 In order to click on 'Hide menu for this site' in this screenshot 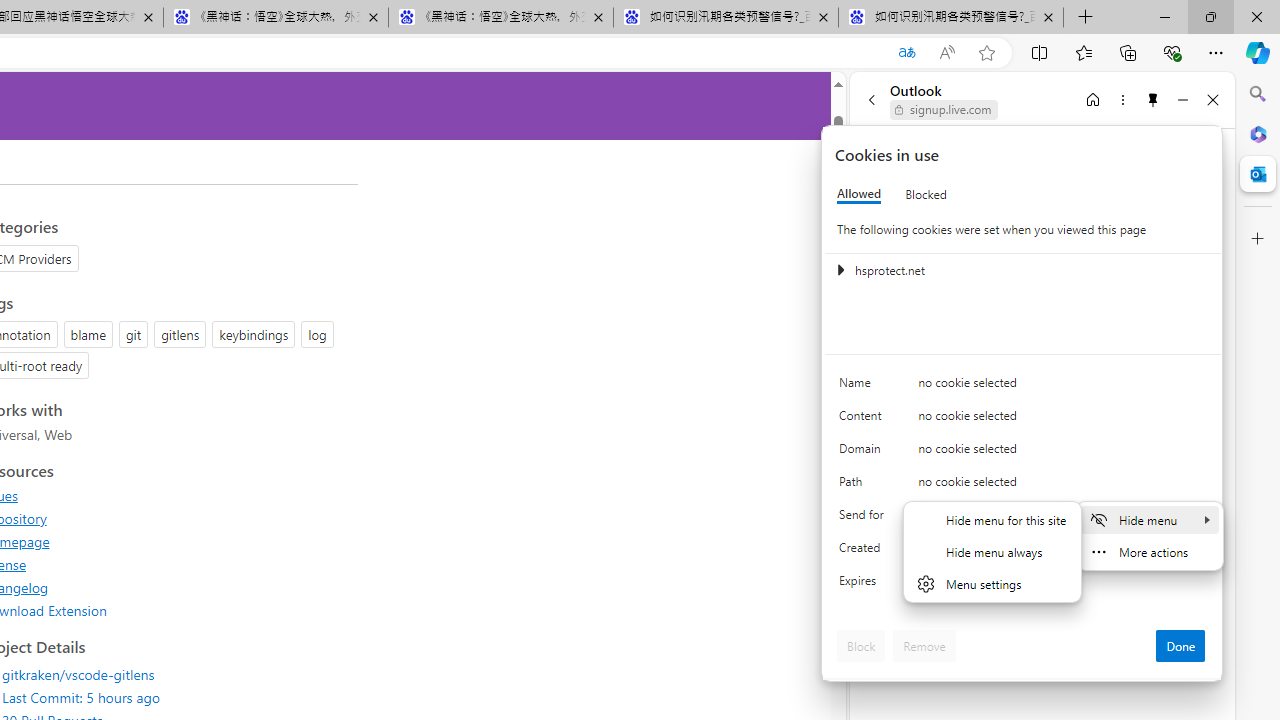, I will do `click(992, 518)`.